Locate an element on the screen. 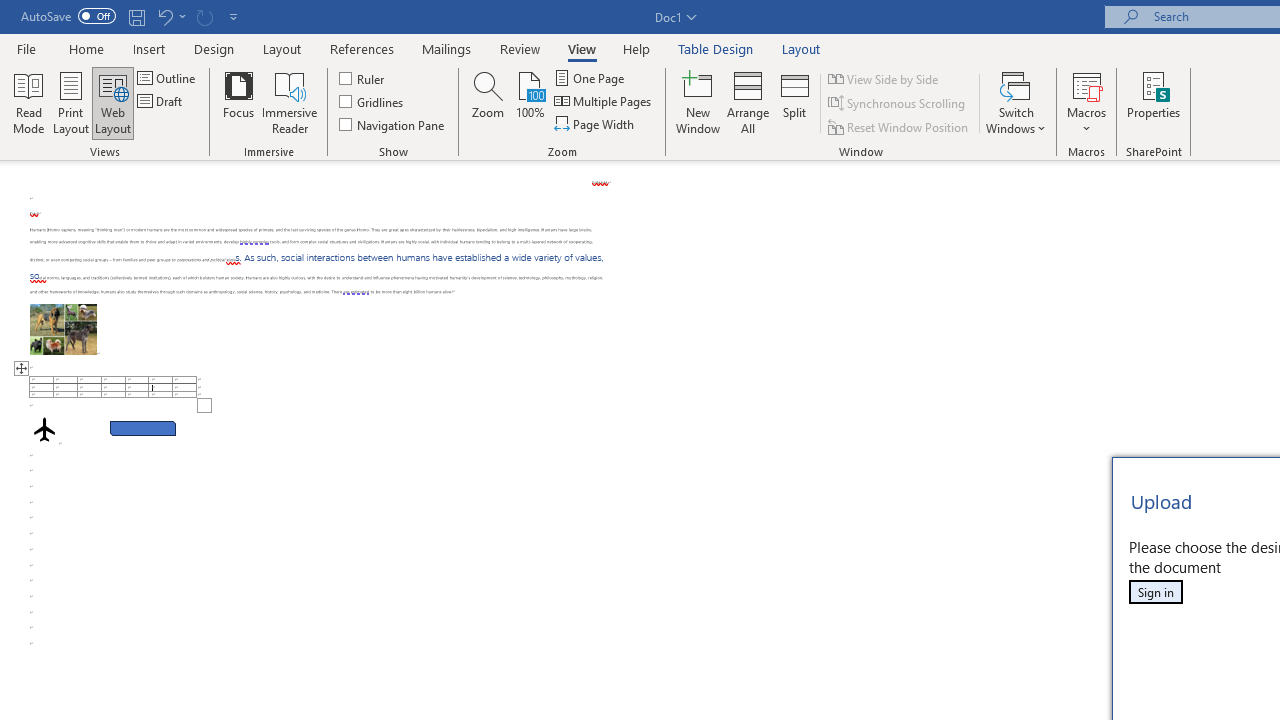 Image resolution: width=1280 pixels, height=720 pixels. 'Macros' is located at coordinates (1085, 103).